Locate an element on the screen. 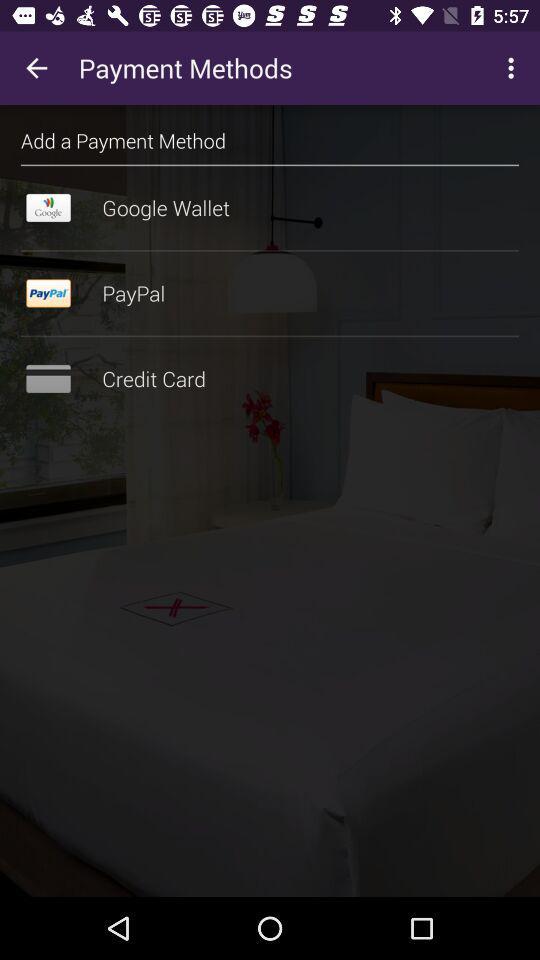  add a payment icon is located at coordinates (123, 139).